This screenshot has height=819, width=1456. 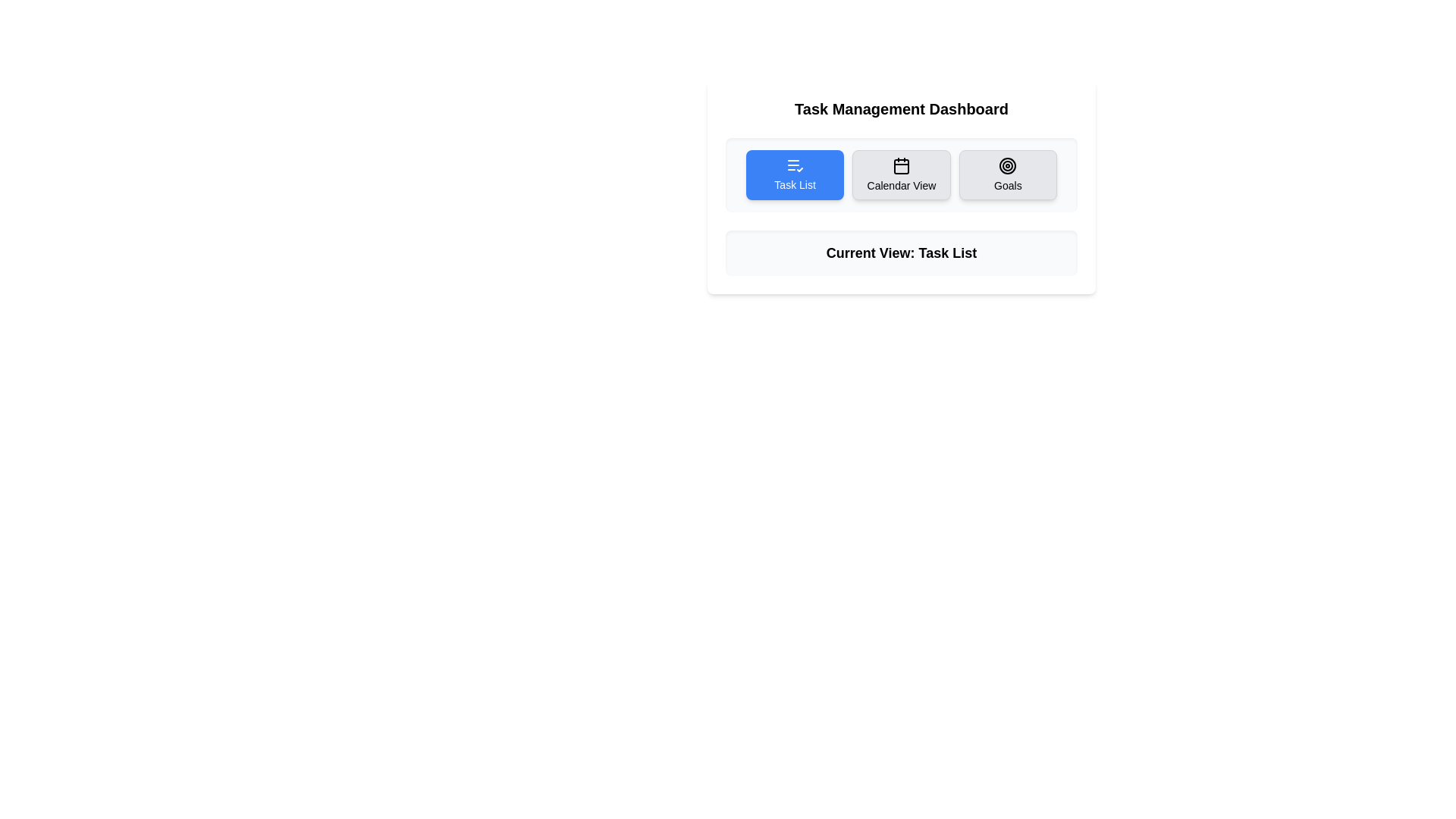 I want to click on the second concentric circle of the bullseye-like decorative graphic element, which is located within the 'Goals' button on the dashboard, so click(x=1008, y=166).